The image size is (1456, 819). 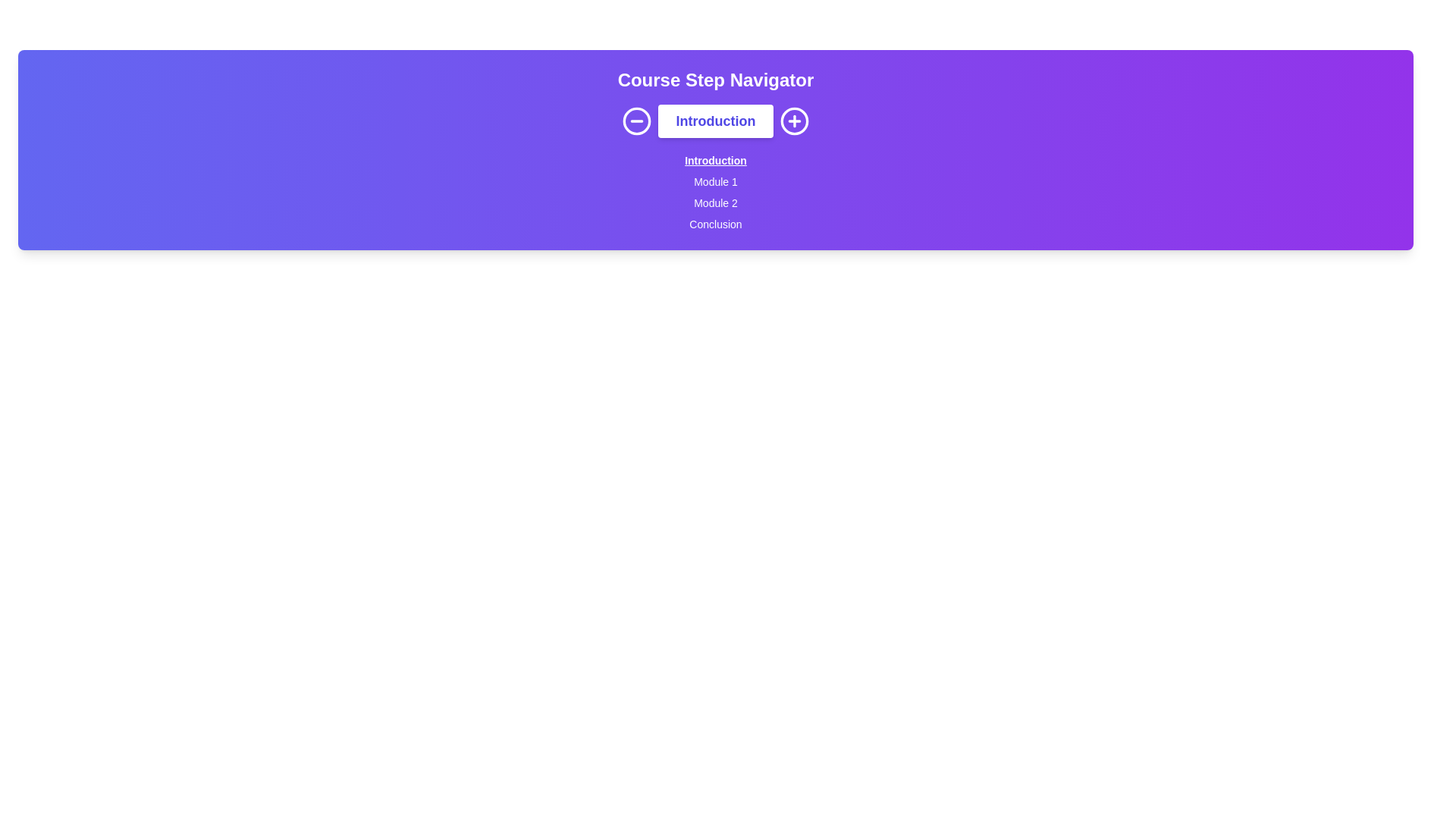 I want to click on the Text label that indicates the current topic or section in the step-based navigation interface, which is the first item in a vertical list under 'Course Step Navigator', so click(x=715, y=158).